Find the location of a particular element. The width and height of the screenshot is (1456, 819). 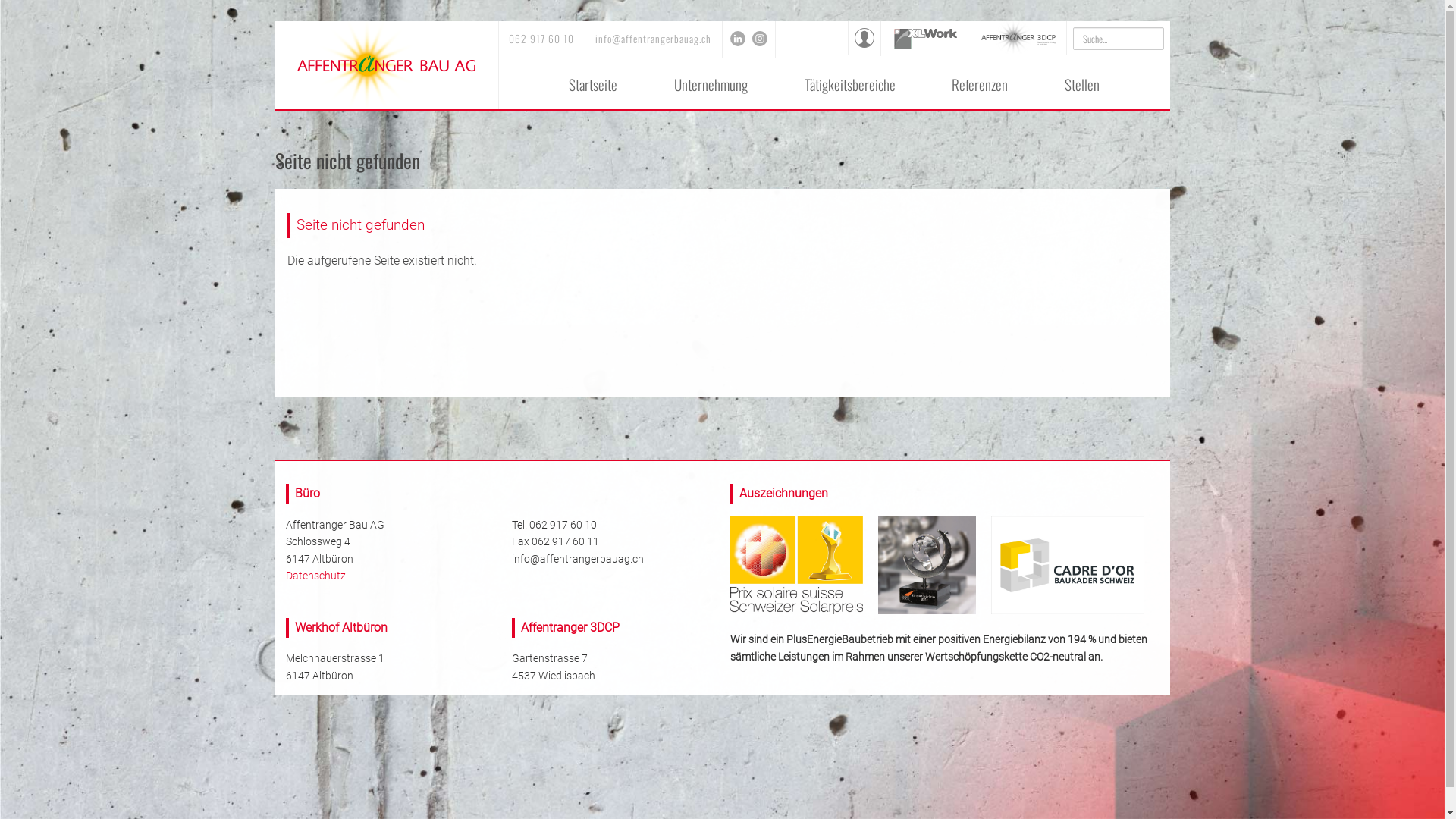

'Gartenstrasse 7 is located at coordinates (552, 666).